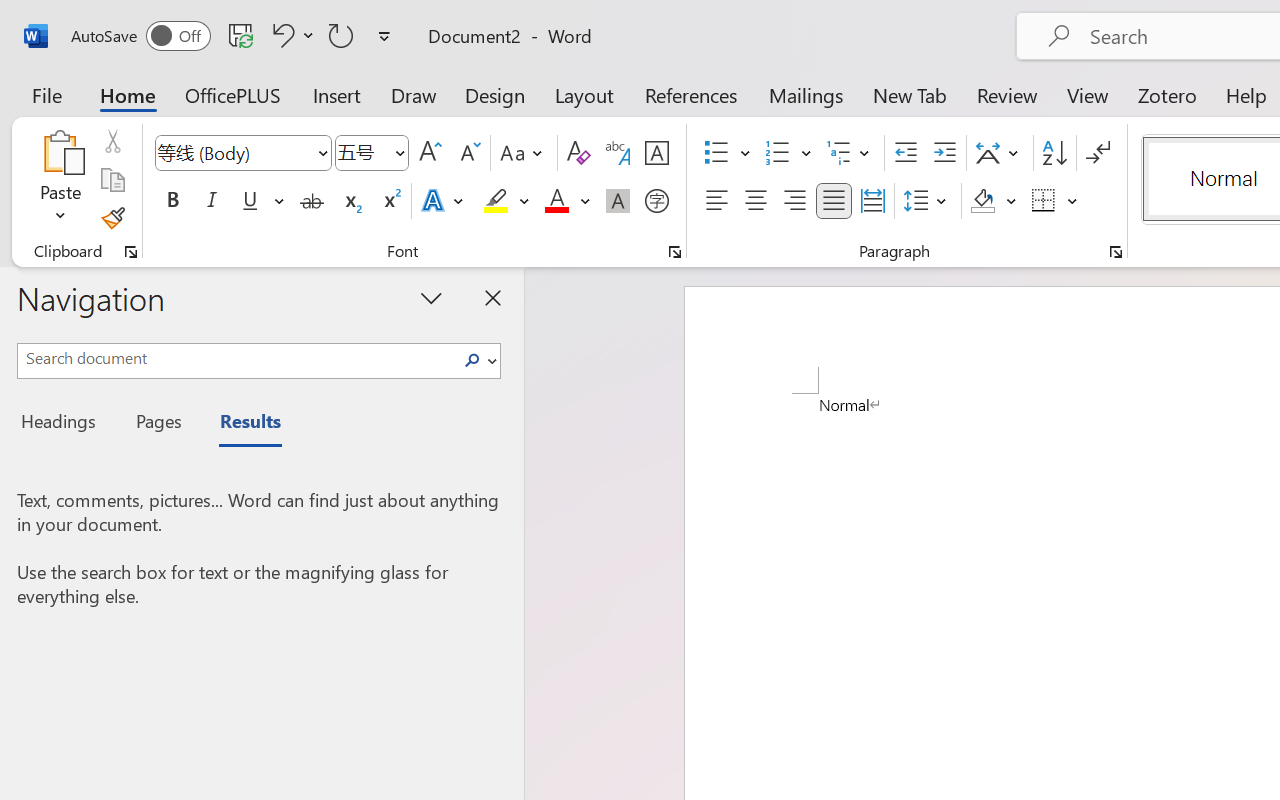  I want to click on 'Italic', so click(212, 201).